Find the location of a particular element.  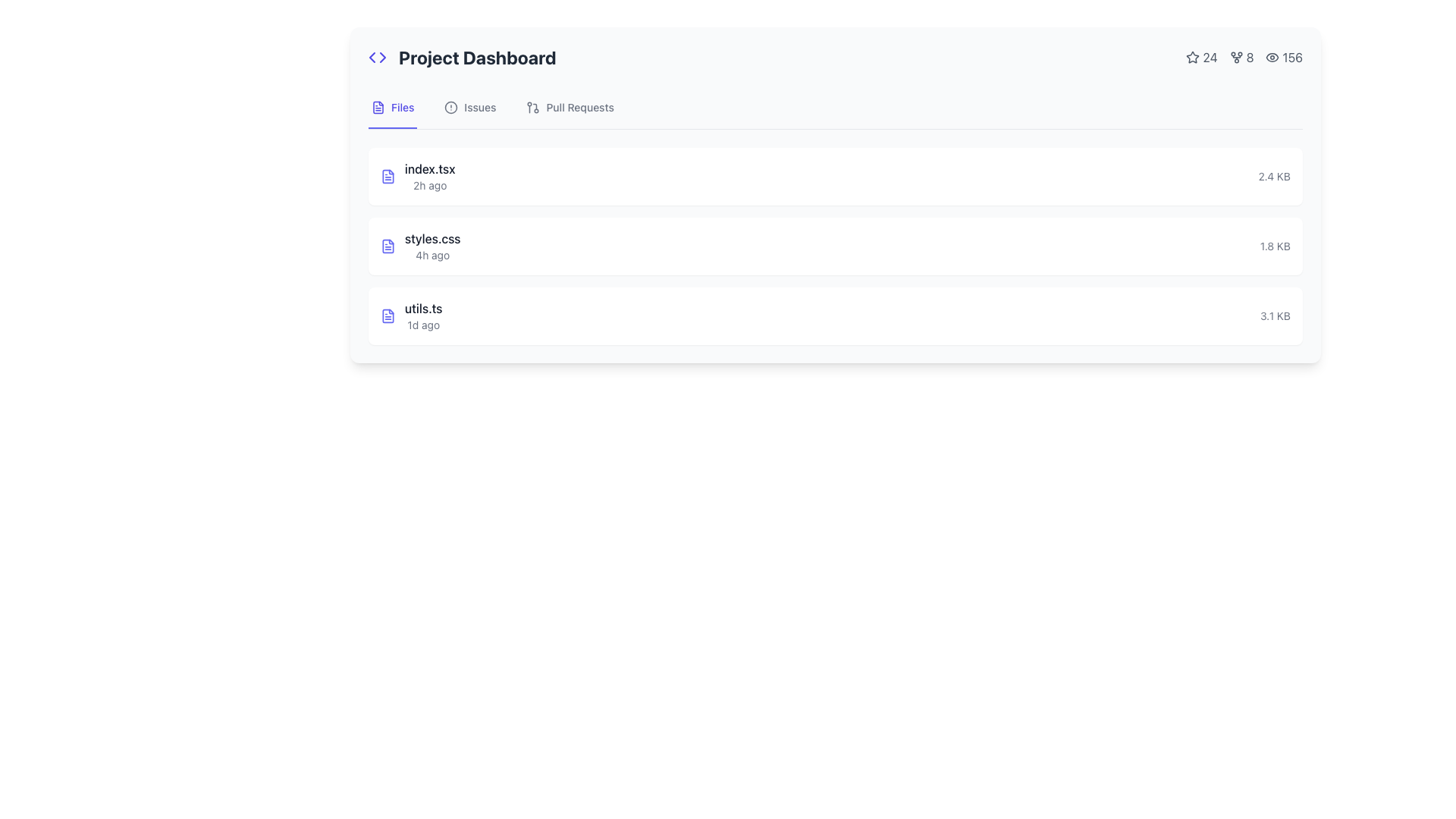

text of the 'Files' label, which is a bold indigo text in the tabbed navigation interface, located at the top-left corner next to a file icon is located at coordinates (403, 107).